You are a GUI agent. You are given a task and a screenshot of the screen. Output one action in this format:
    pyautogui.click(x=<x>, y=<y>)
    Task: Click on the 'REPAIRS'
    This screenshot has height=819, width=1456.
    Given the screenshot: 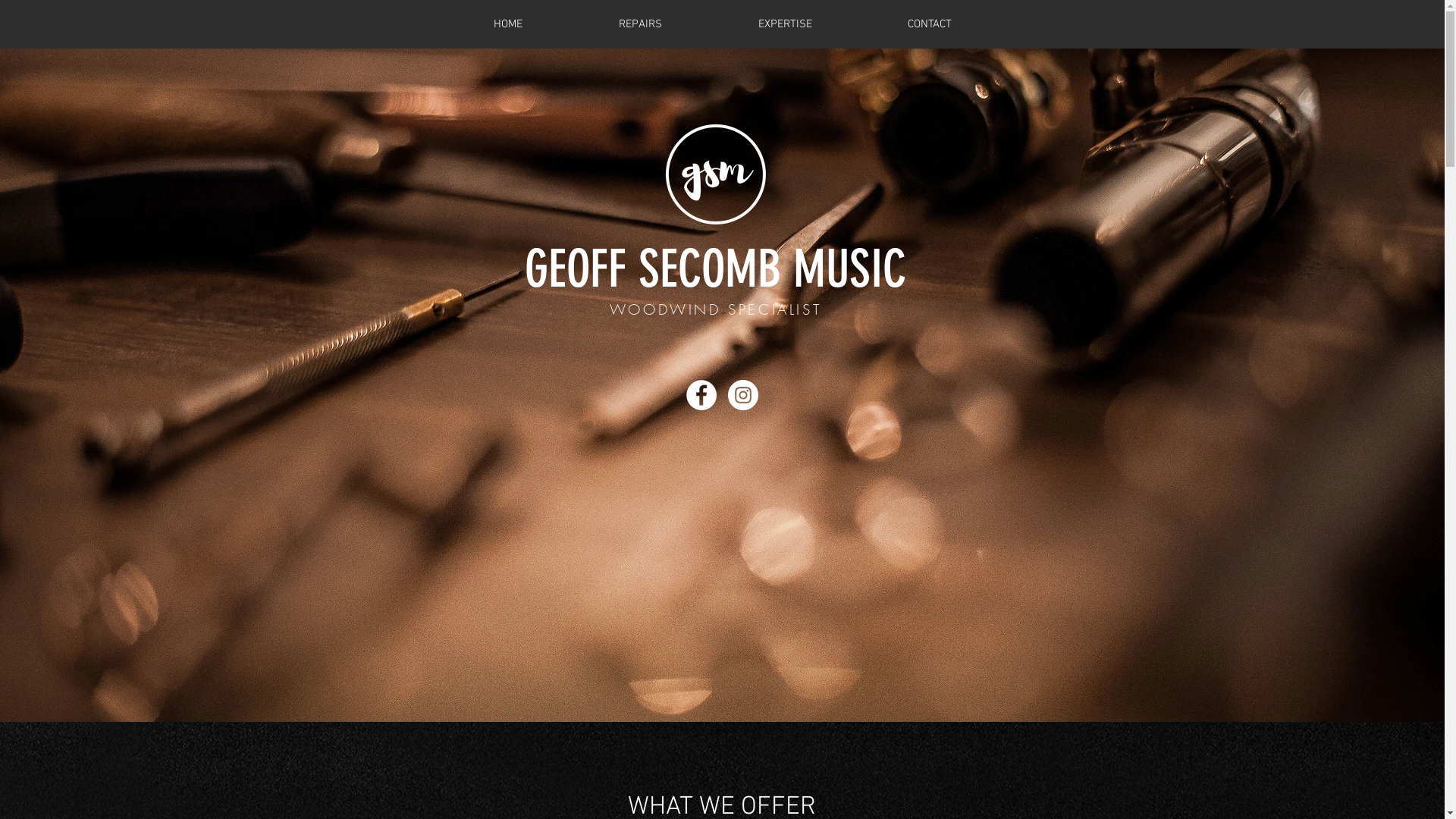 What is the action you would take?
    pyautogui.click(x=640, y=24)
    